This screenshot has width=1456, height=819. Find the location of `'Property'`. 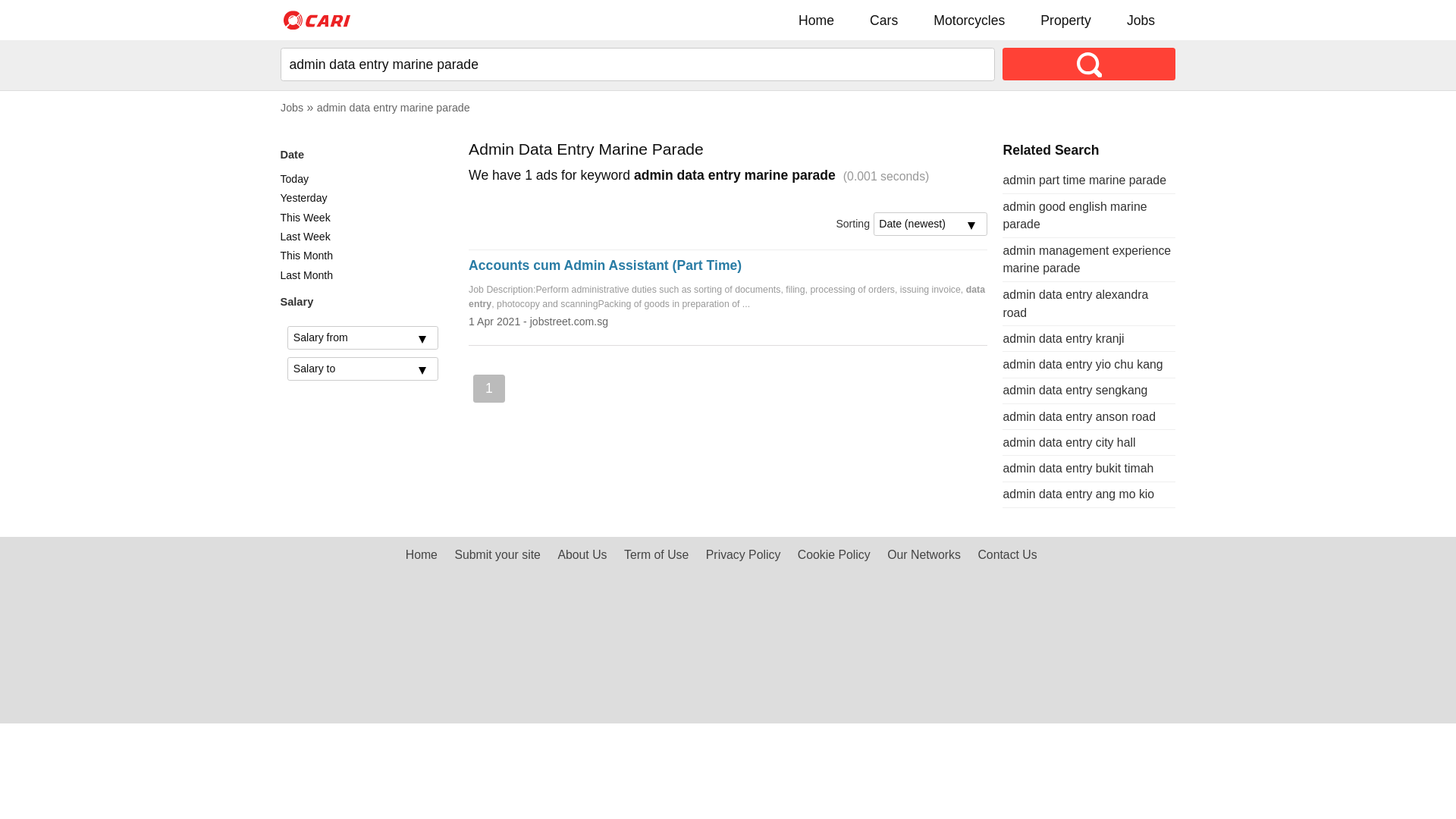

'Property' is located at coordinates (1065, 20).